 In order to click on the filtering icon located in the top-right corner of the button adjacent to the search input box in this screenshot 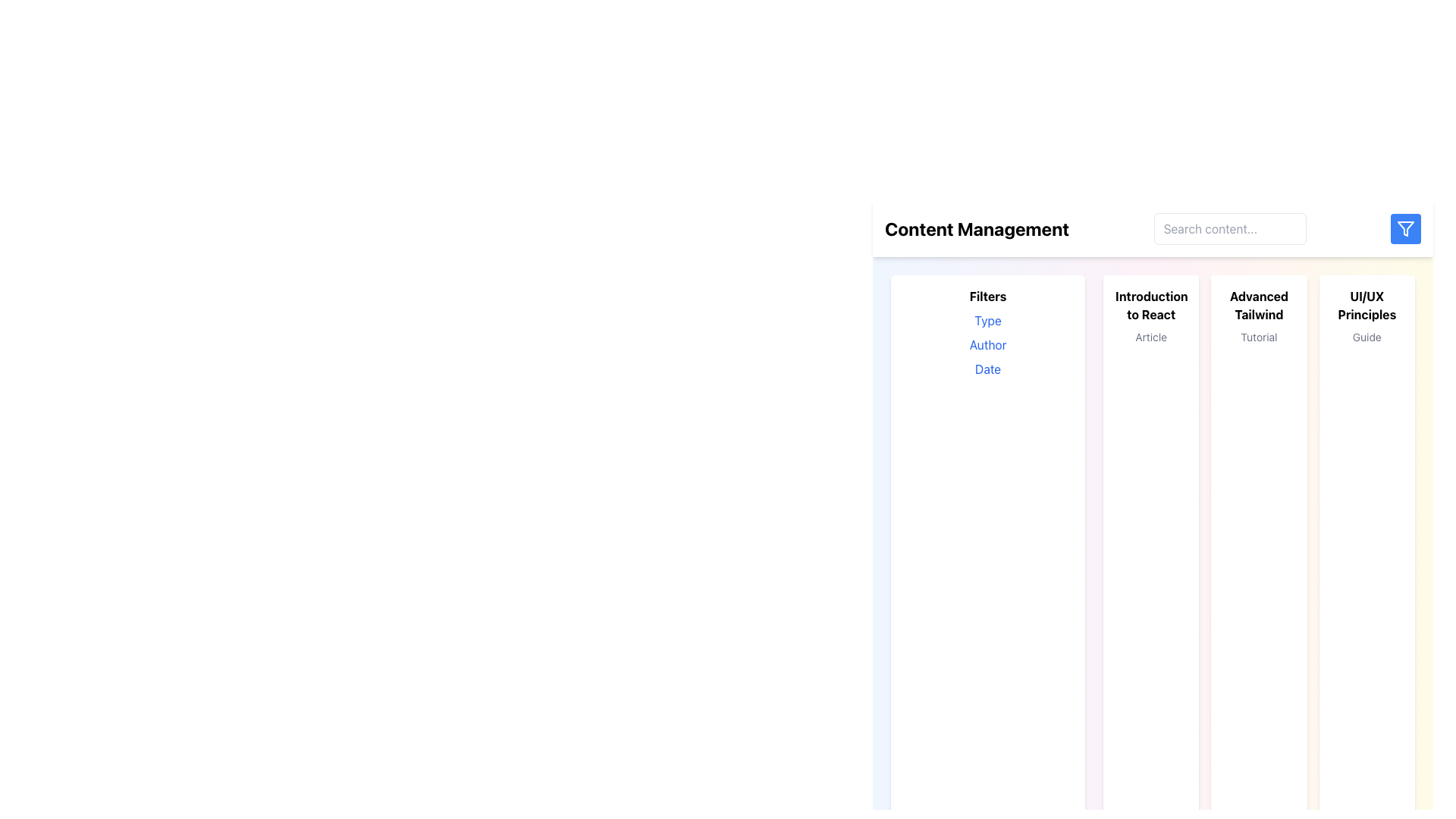, I will do `click(1404, 228)`.